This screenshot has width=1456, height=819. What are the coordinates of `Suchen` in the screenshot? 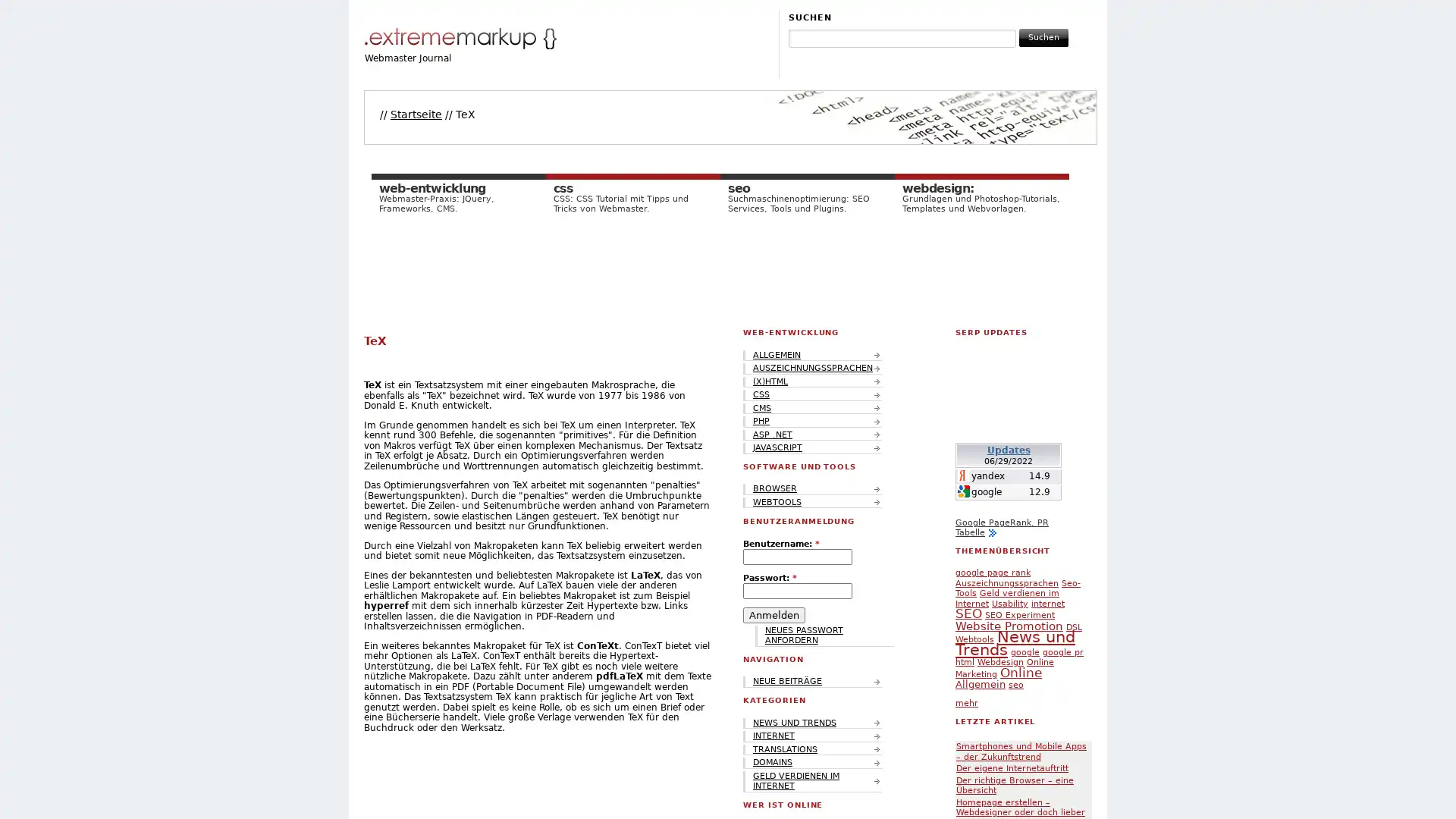 It's located at (1043, 36).